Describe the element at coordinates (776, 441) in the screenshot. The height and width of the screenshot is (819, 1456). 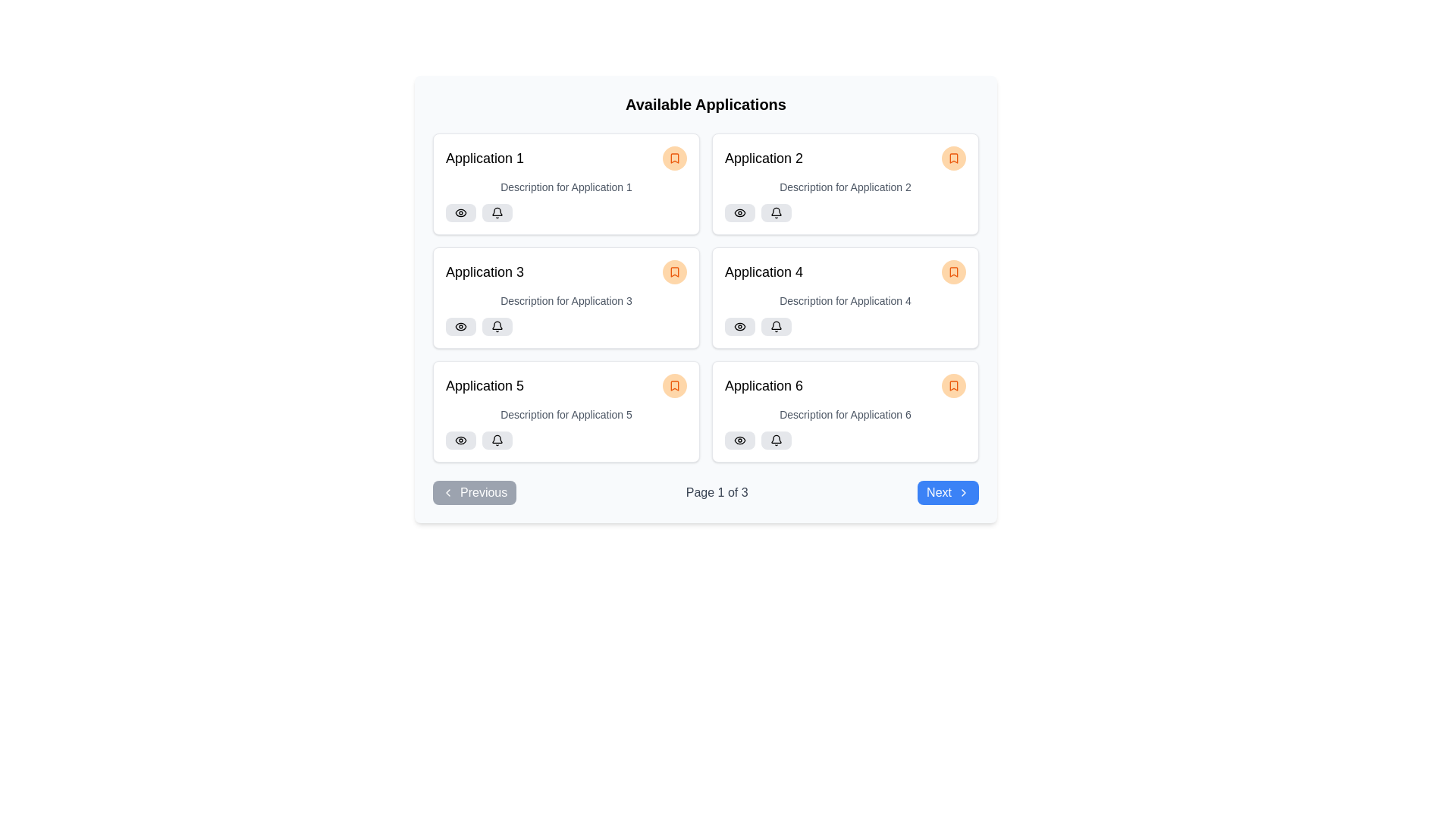
I see `the bell icon in the second column of the bottom row of the grid layout` at that location.